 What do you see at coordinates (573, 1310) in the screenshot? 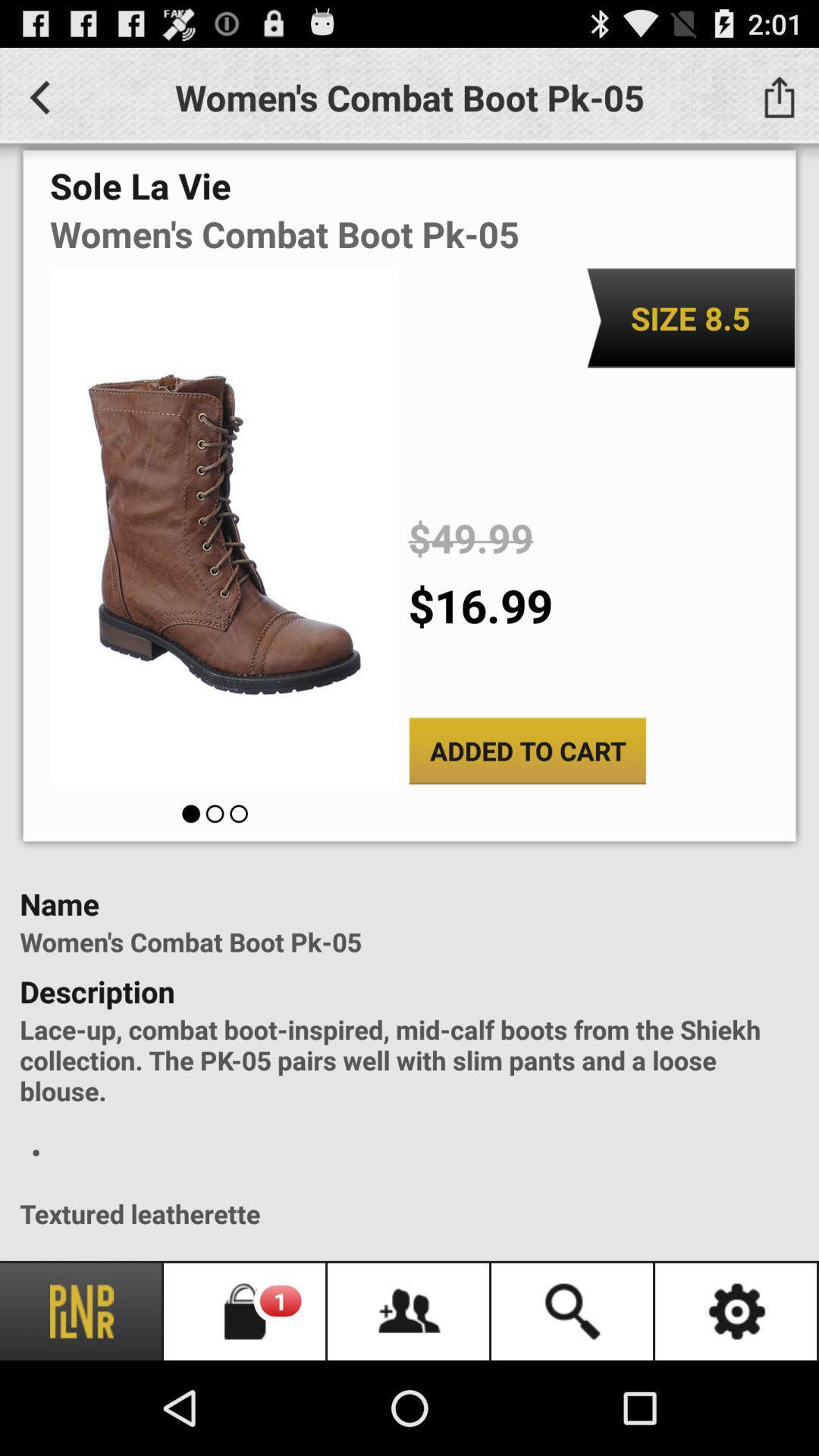
I see `the search icon` at bounding box center [573, 1310].